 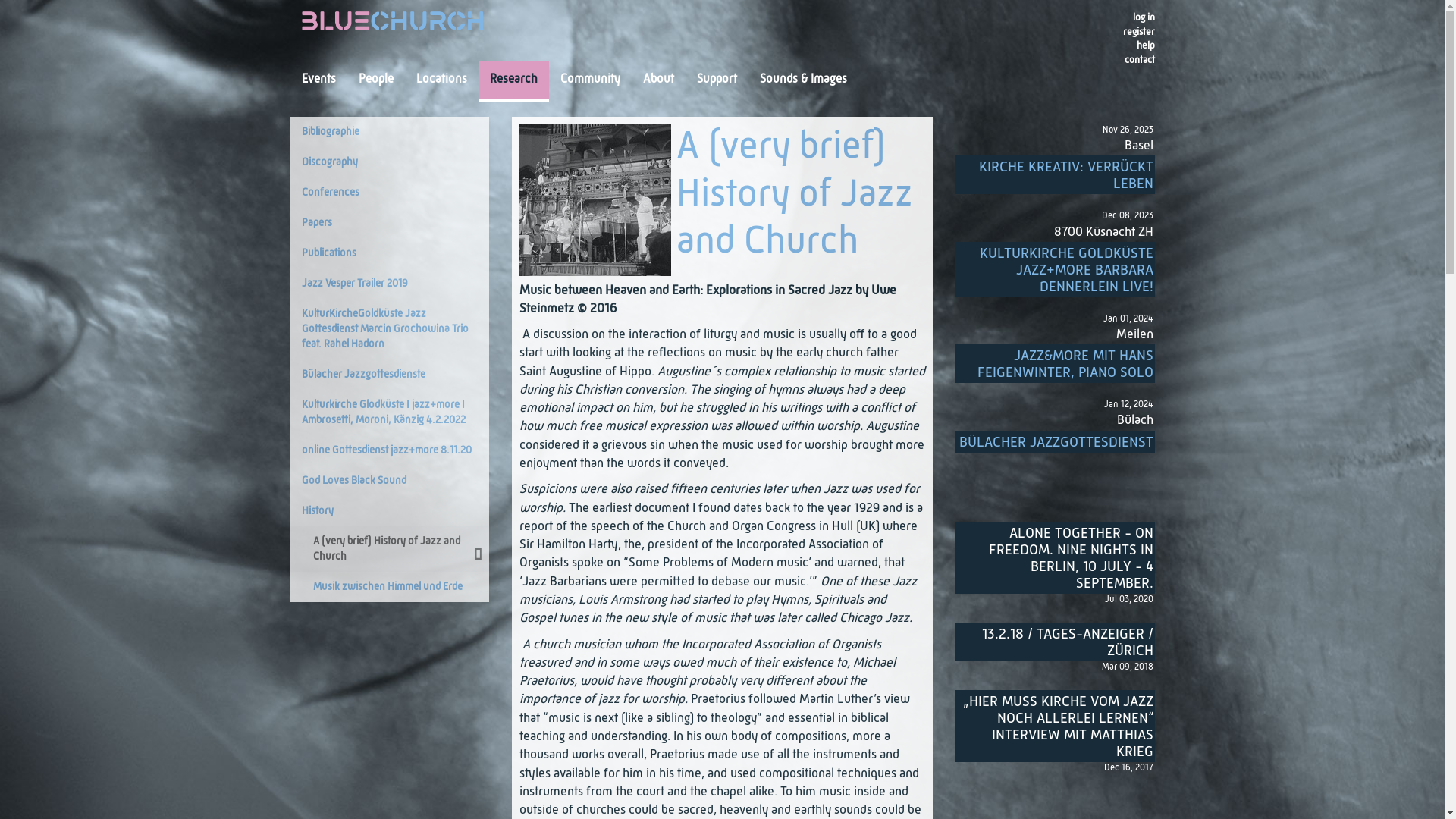 What do you see at coordinates (389, 480) in the screenshot?
I see `'God Loves Black Sound'` at bounding box center [389, 480].